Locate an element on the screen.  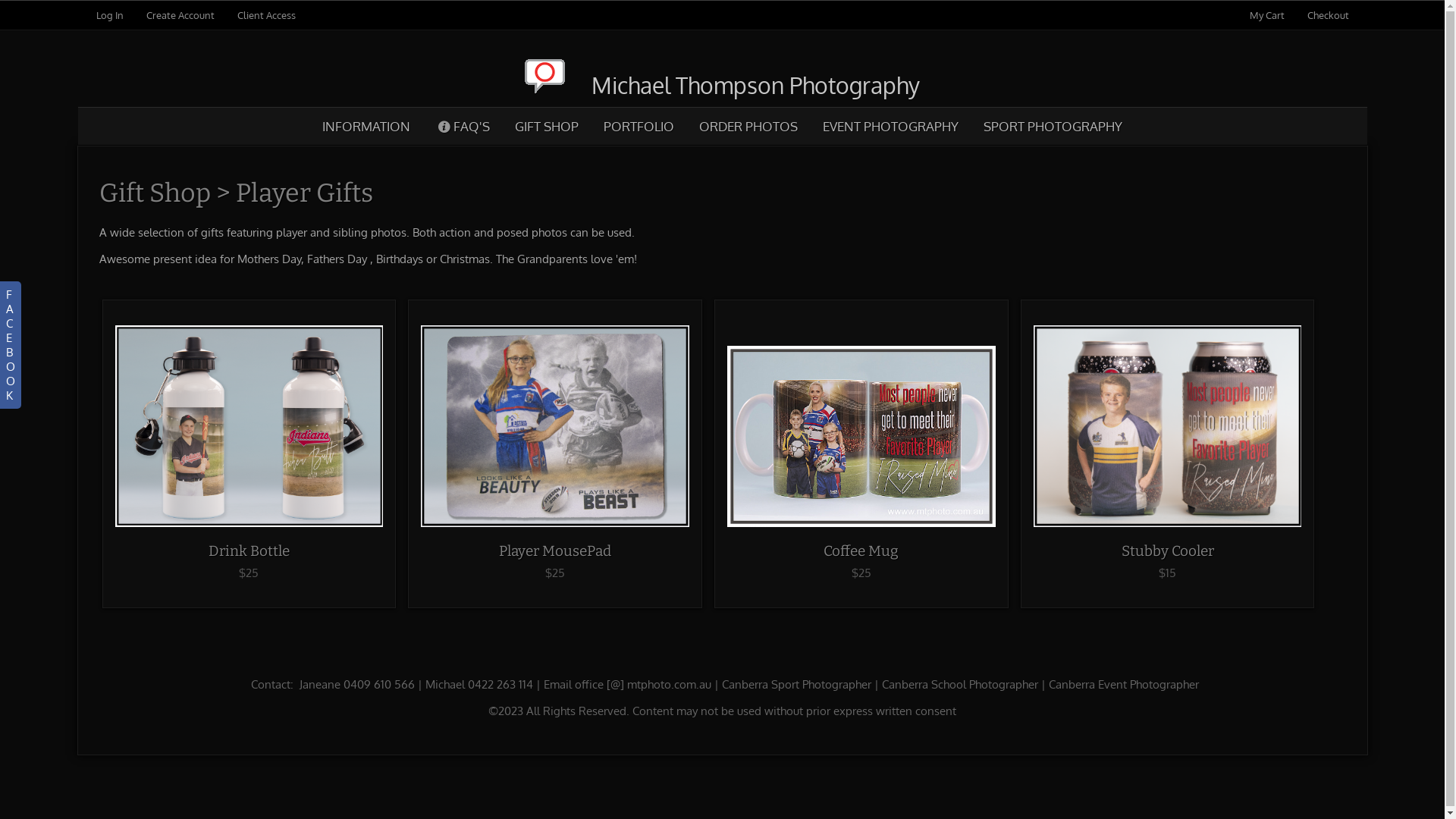
'FAQ'S' is located at coordinates (462, 125).